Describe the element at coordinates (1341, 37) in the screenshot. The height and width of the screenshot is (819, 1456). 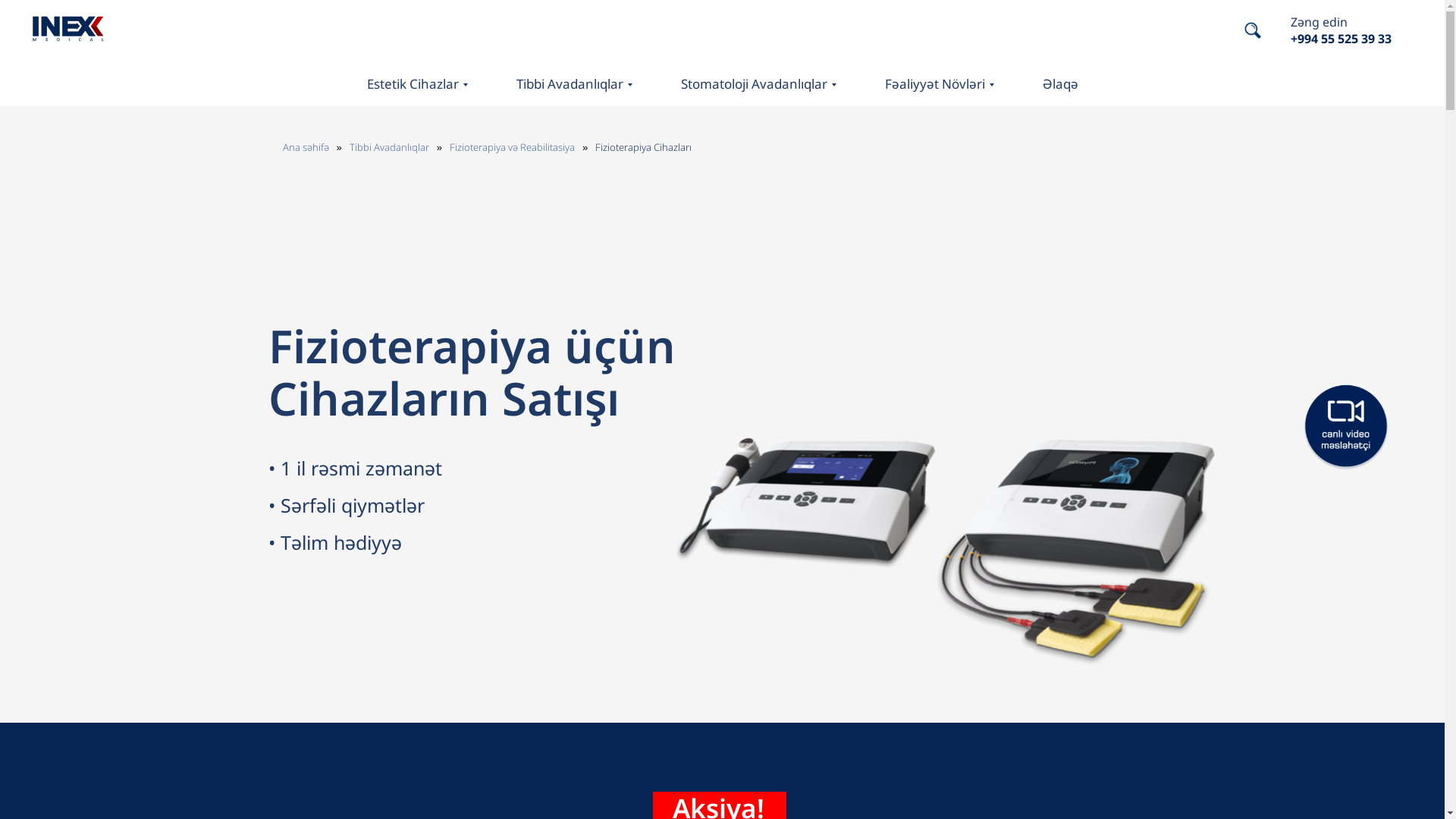
I see `'+994 55 525 39 33'` at that location.